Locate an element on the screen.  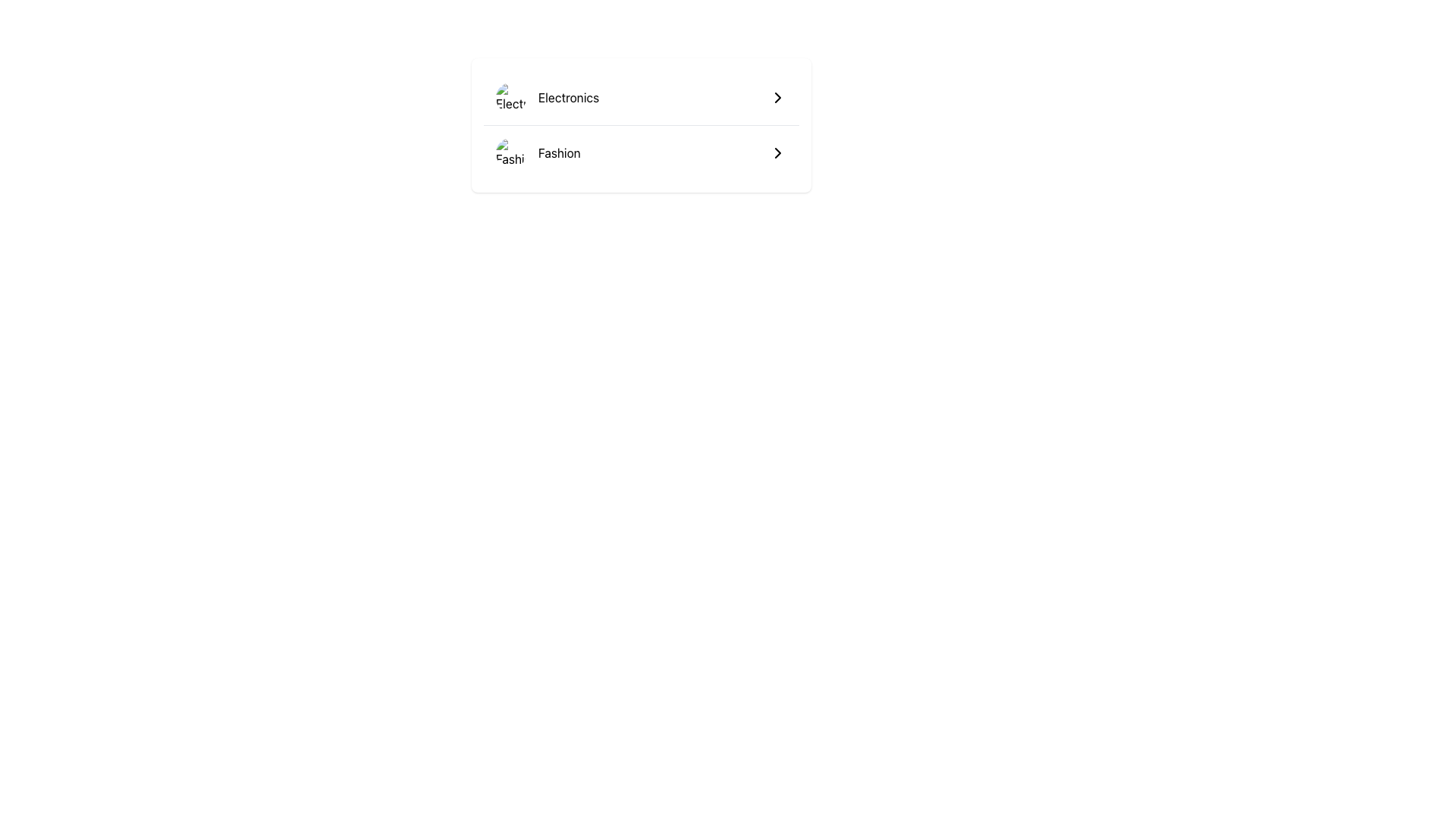
the chevron right navigation icon located at the far-right end of the 'Fashion' menu row is located at coordinates (778, 152).